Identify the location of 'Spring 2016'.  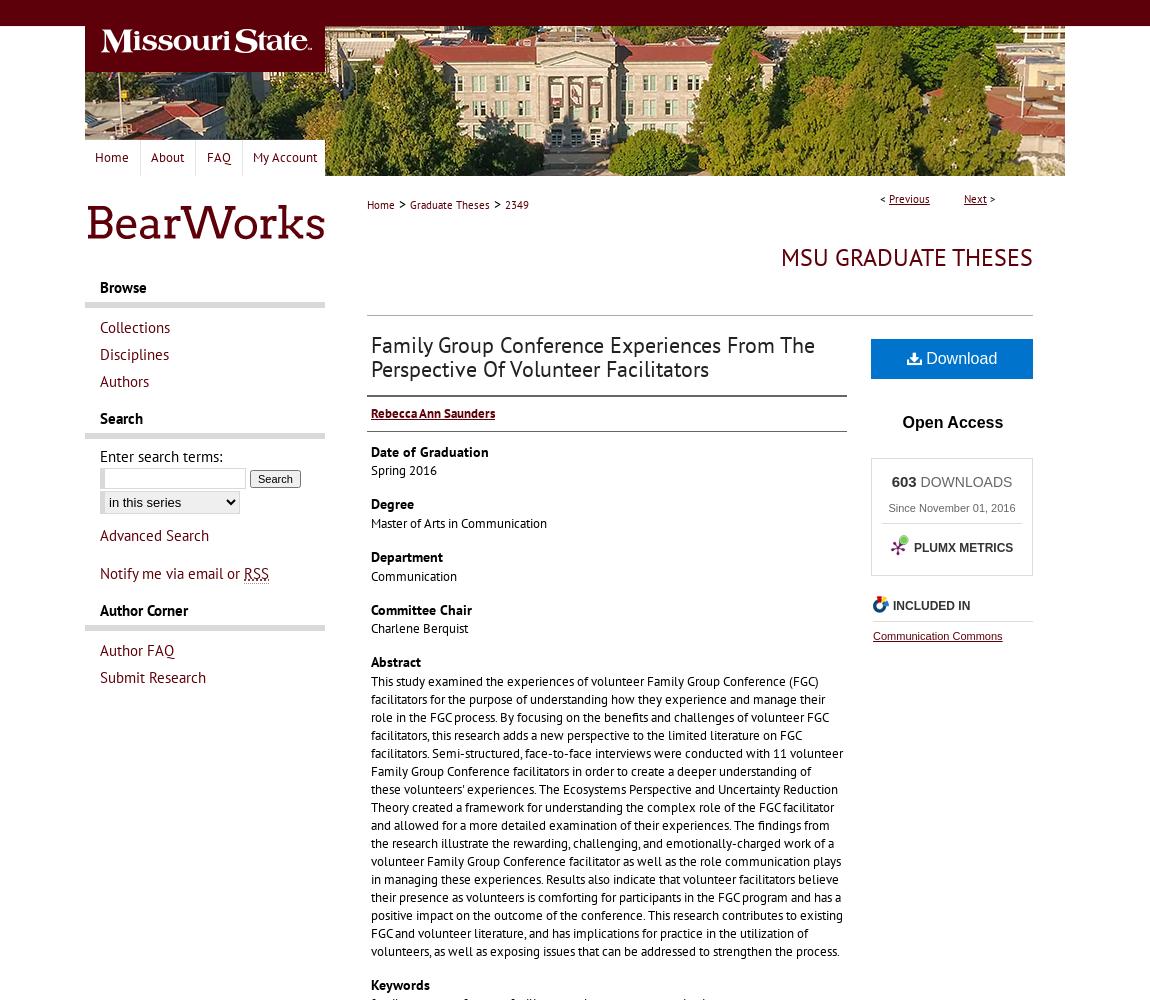
(403, 469).